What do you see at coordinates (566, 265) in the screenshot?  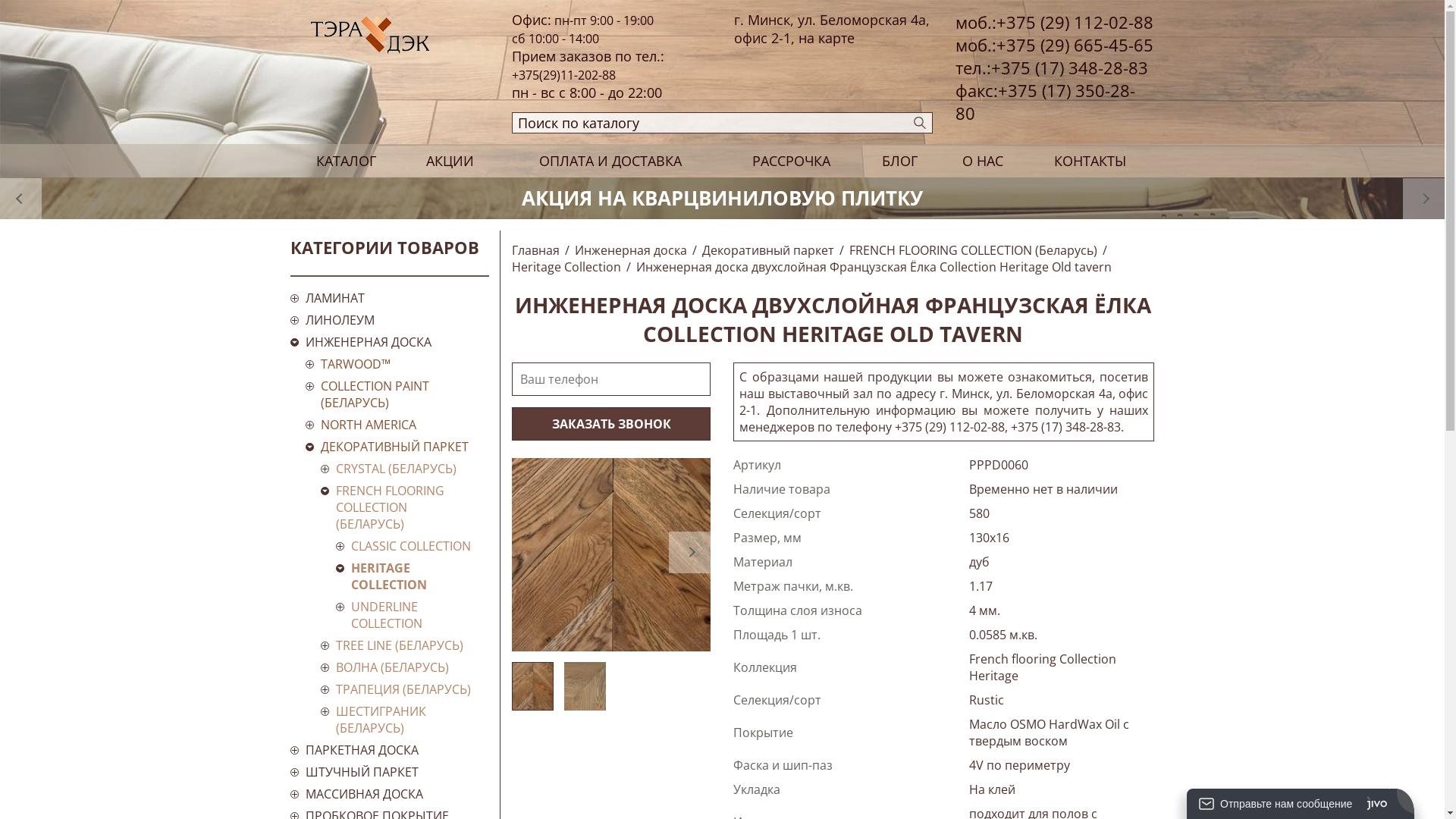 I see `'Heritage Collection'` at bounding box center [566, 265].